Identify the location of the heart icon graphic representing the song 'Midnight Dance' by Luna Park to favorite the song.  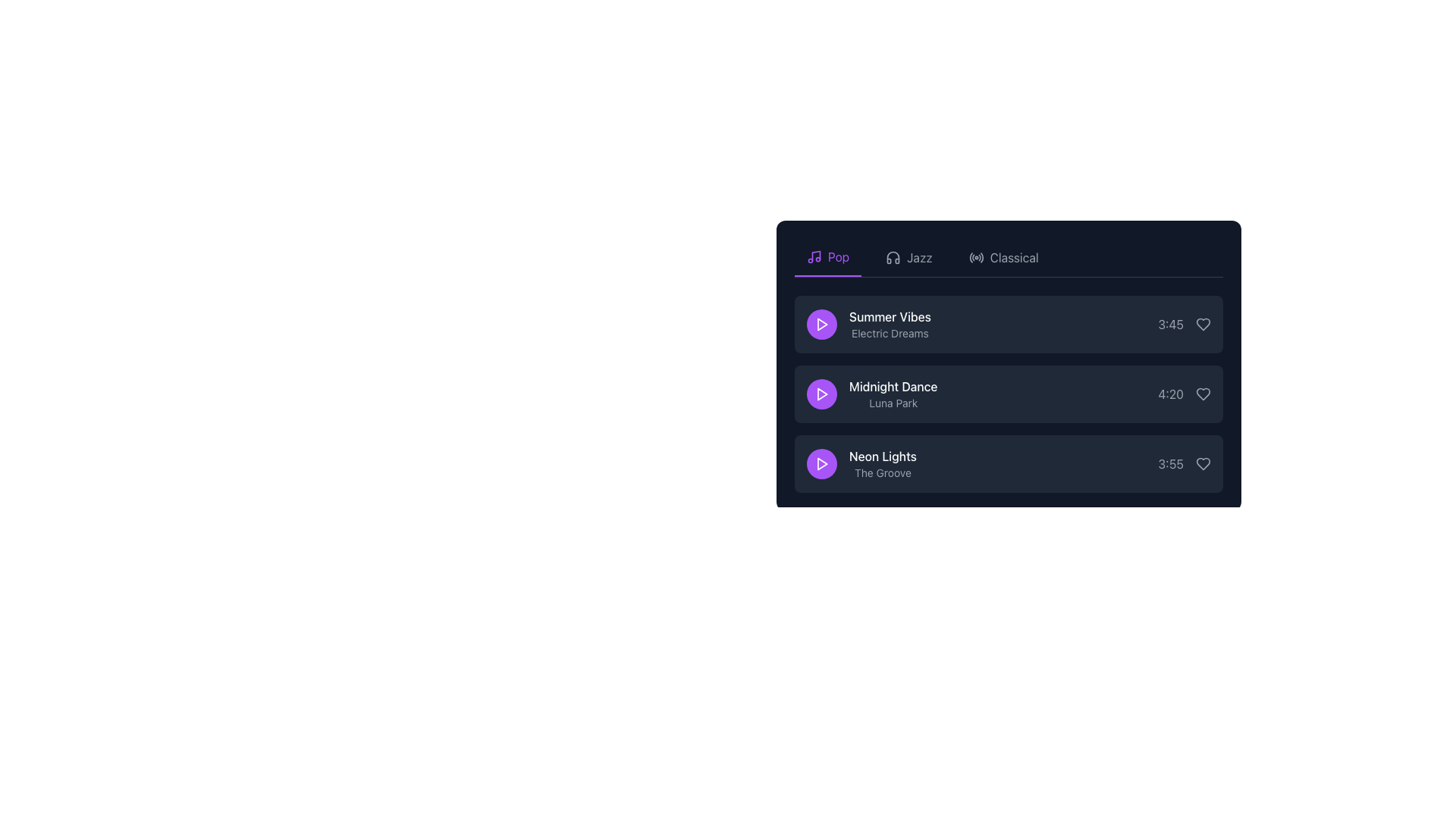
(1203, 394).